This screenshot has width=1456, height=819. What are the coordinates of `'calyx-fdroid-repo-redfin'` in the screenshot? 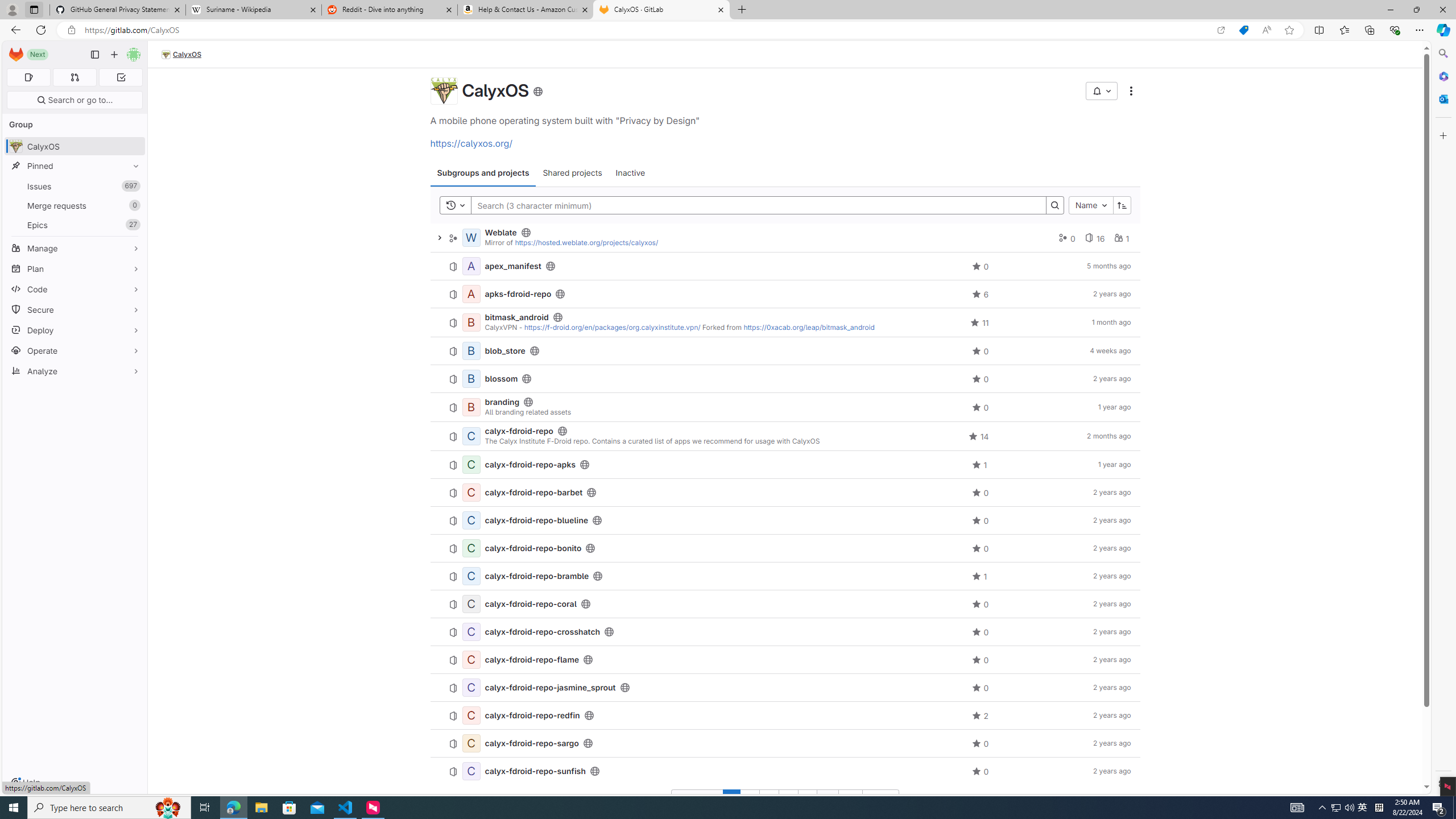 It's located at (531, 714).